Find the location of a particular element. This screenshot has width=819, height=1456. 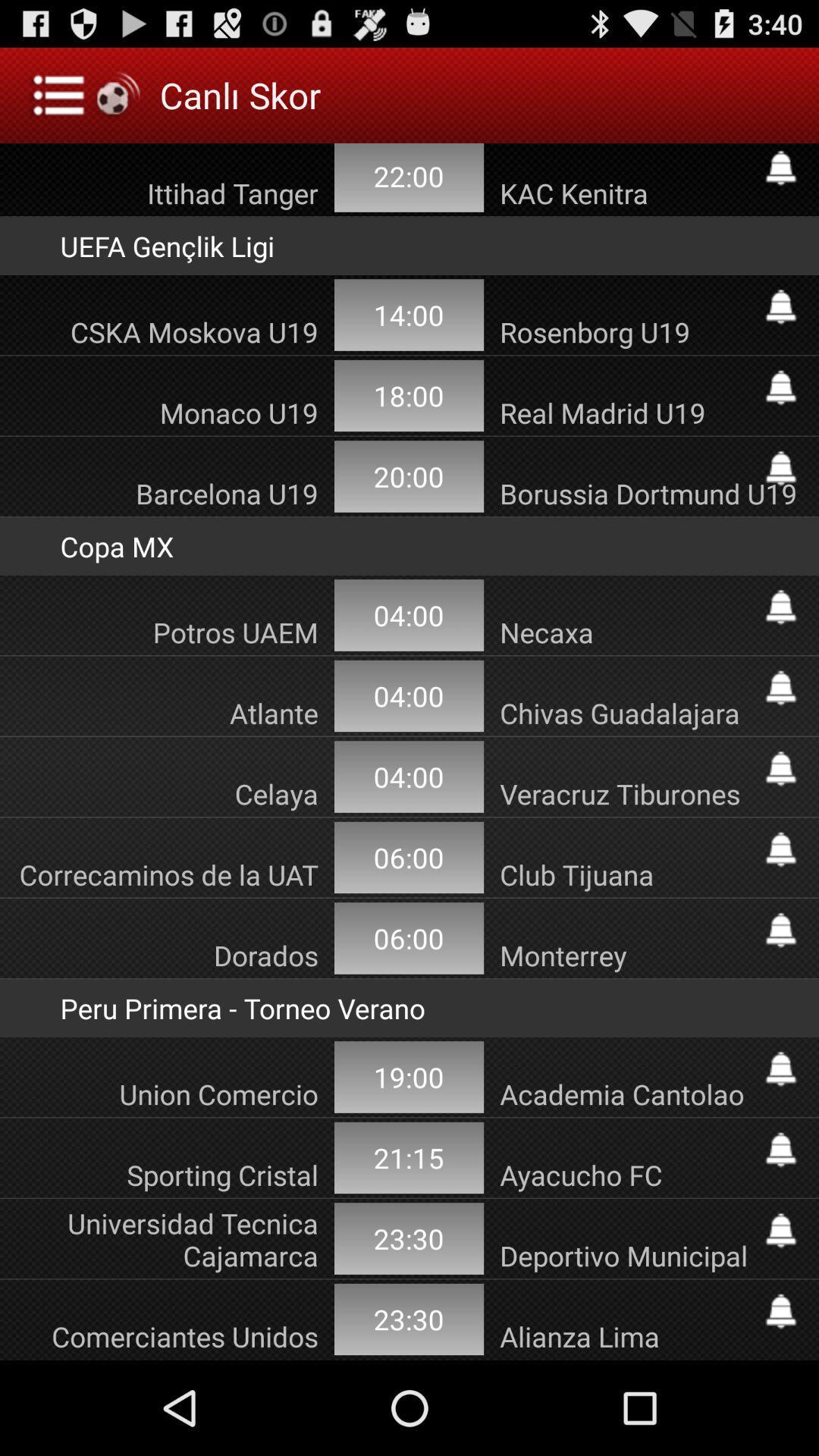

turn on notifications is located at coordinates (780, 849).